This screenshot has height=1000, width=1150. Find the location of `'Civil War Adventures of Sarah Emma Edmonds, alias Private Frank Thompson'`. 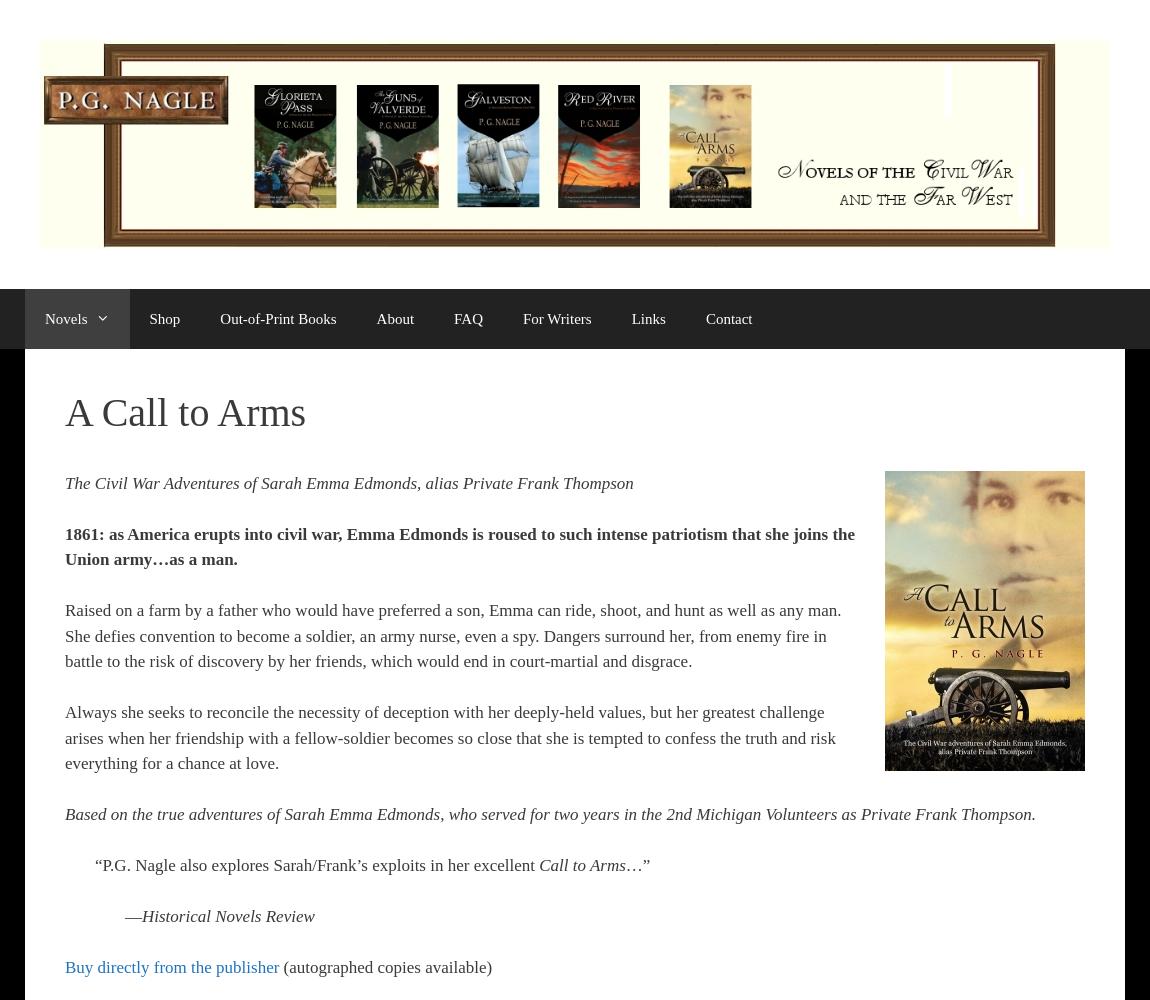

'Civil War Adventures of Sarah Emma Edmonds, alias Private Frank Thompson' is located at coordinates (363, 481).